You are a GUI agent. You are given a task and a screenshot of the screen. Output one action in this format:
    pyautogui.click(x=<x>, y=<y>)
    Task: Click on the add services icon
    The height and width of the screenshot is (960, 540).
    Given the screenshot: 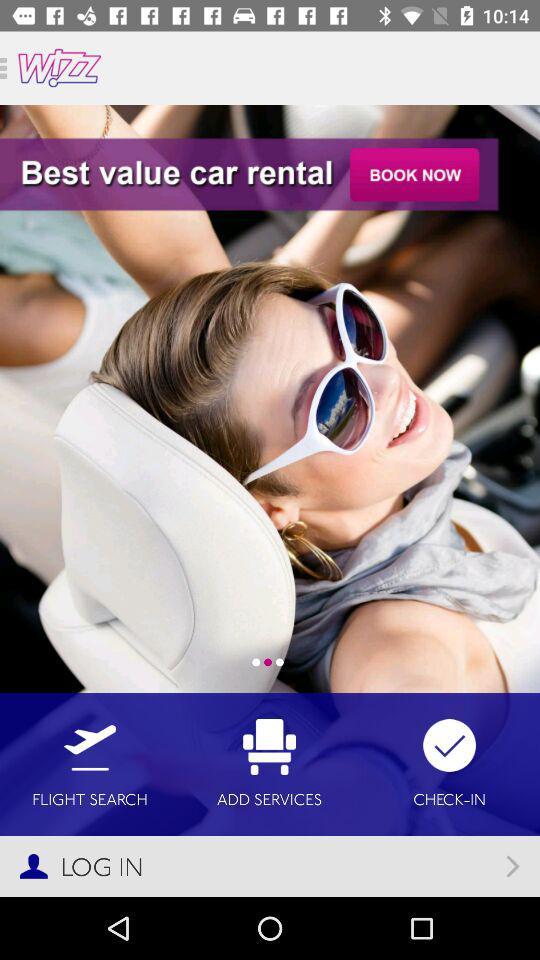 What is the action you would take?
    pyautogui.click(x=269, y=763)
    